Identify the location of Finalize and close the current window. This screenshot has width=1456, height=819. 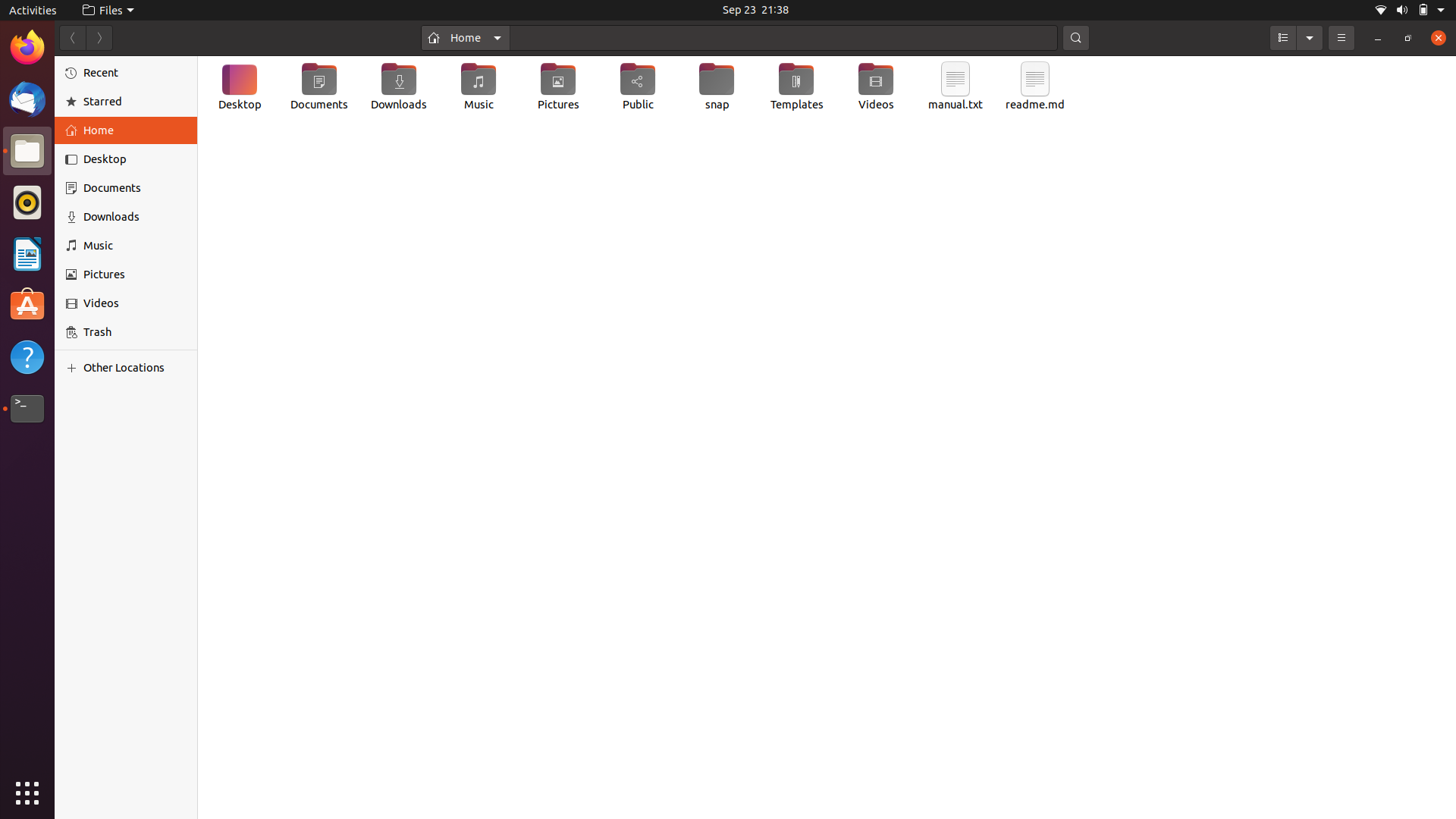
(1436, 38).